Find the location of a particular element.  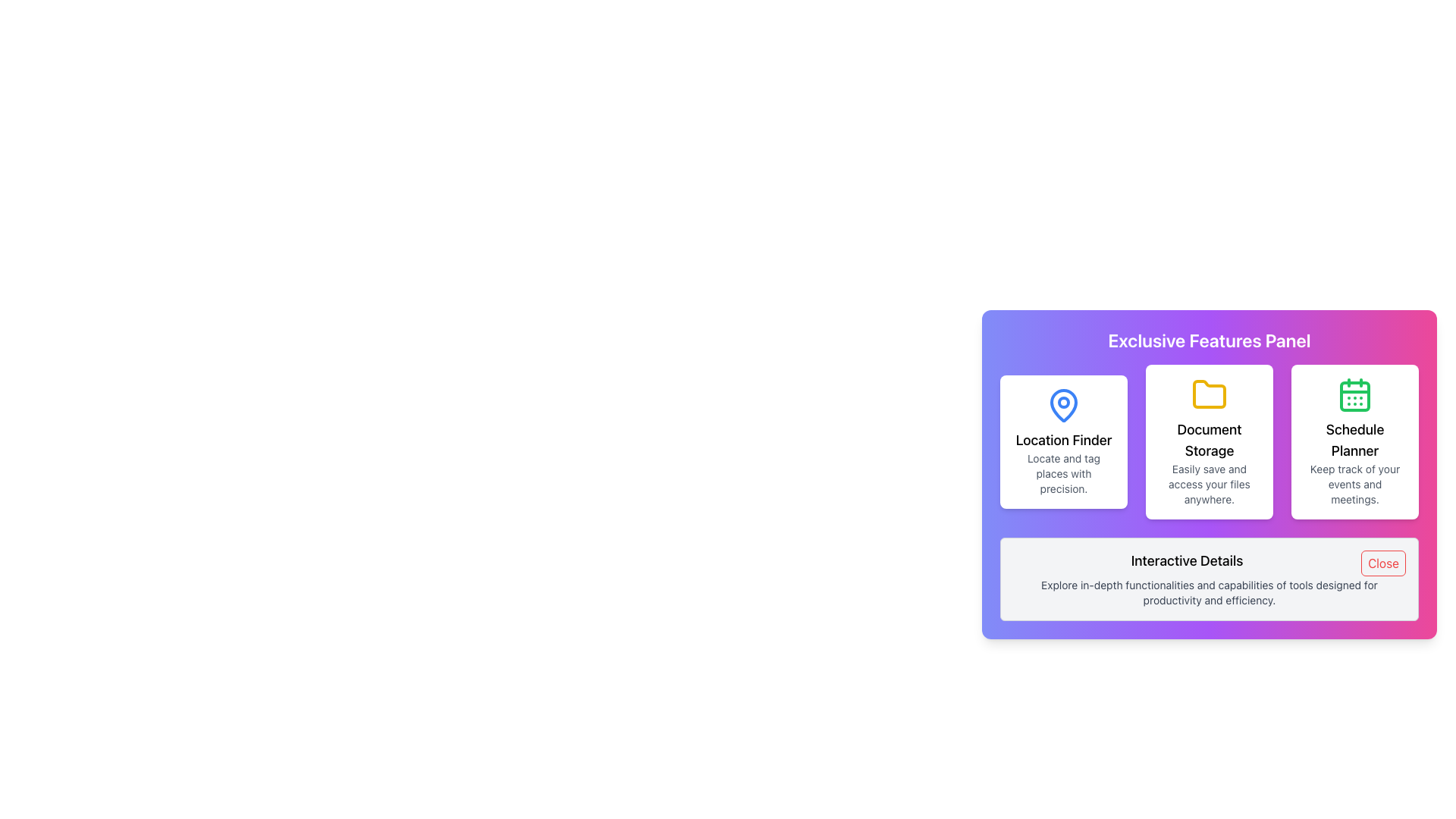

the informational card about 'Document Storage', which is the middle card in a horizontally-arranged grid of three cards is located at coordinates (1208, 441).